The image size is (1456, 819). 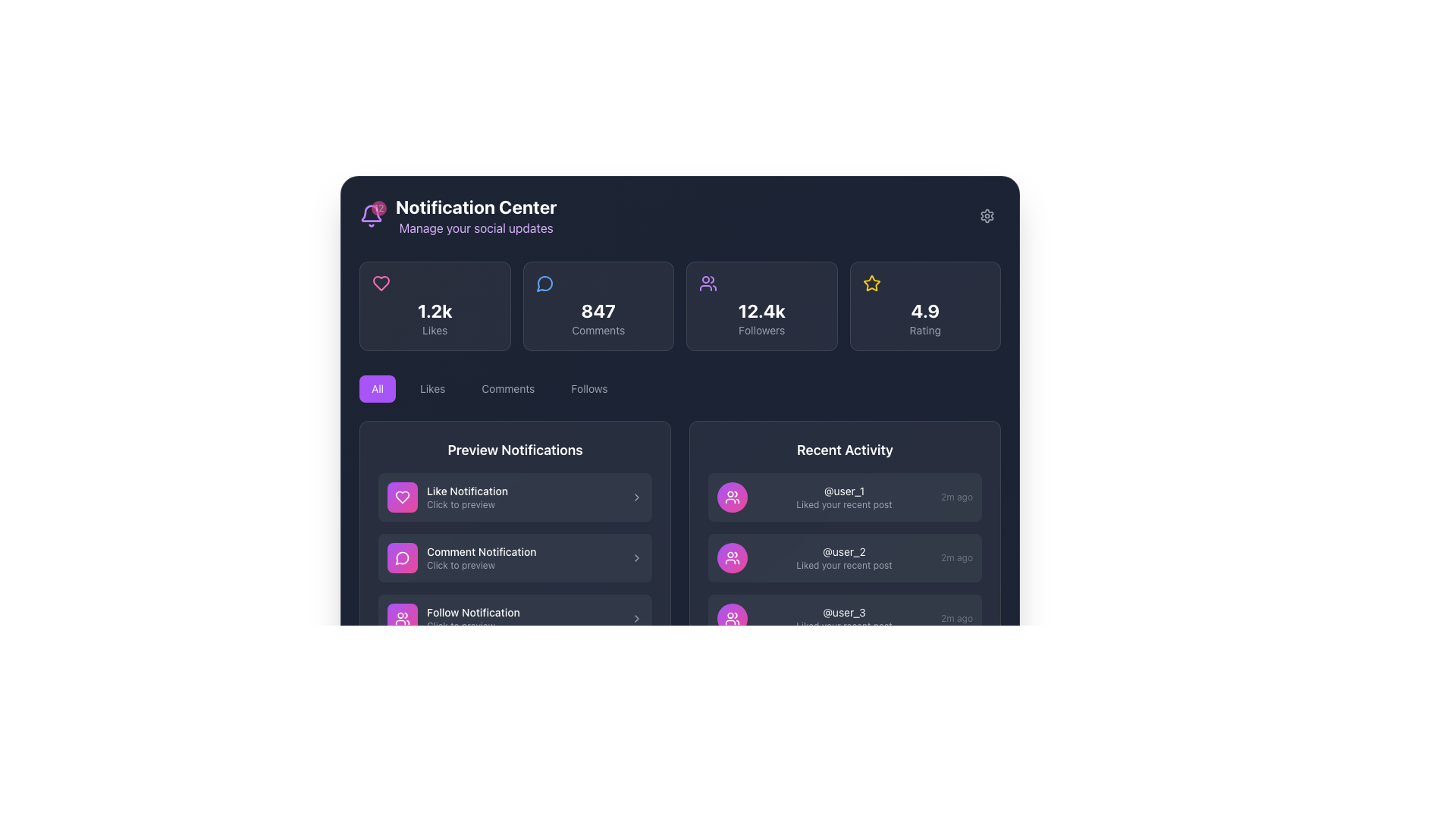 What do you see at coordinates (637, 497) in the screenshot?
I see `the chevron icon located at the far-right end of the 'Like Notification' row in the 'Preview Notifications' section` at bounding box center [637, 497].